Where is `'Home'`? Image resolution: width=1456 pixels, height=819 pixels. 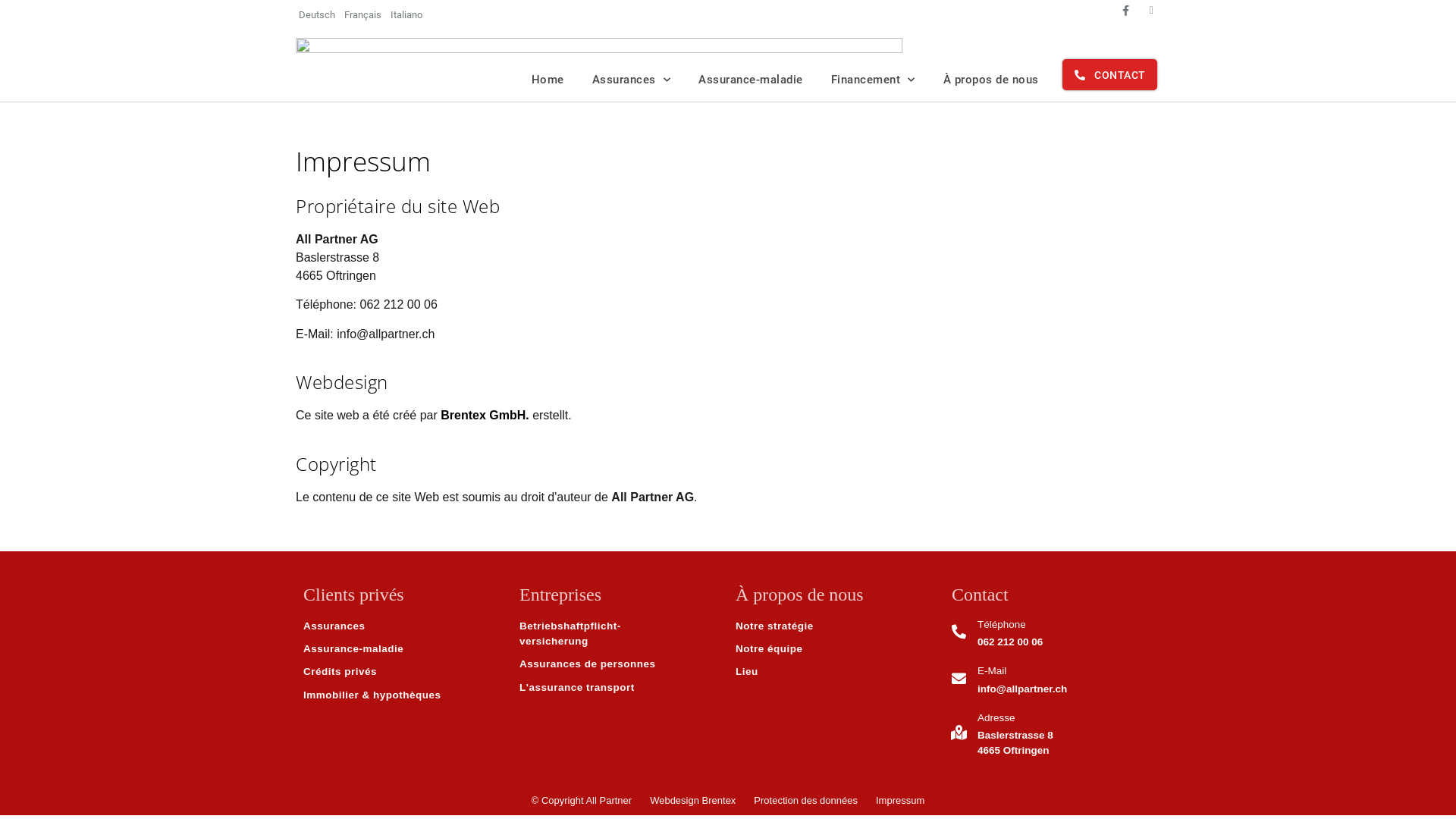 'Home' is located at coordinates (547, 79).